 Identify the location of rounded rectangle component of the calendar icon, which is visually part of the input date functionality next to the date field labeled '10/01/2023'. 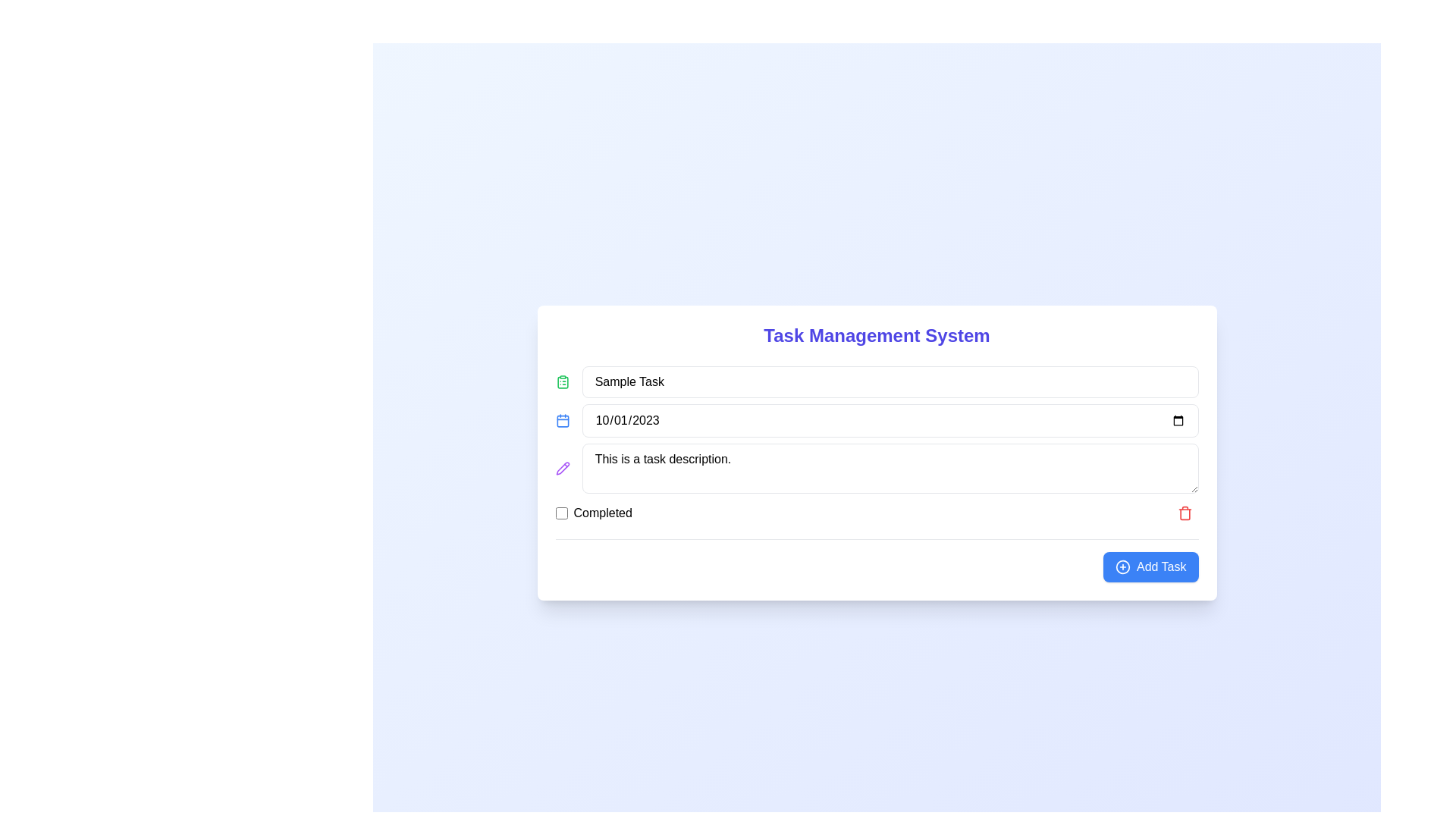
(562, 421).